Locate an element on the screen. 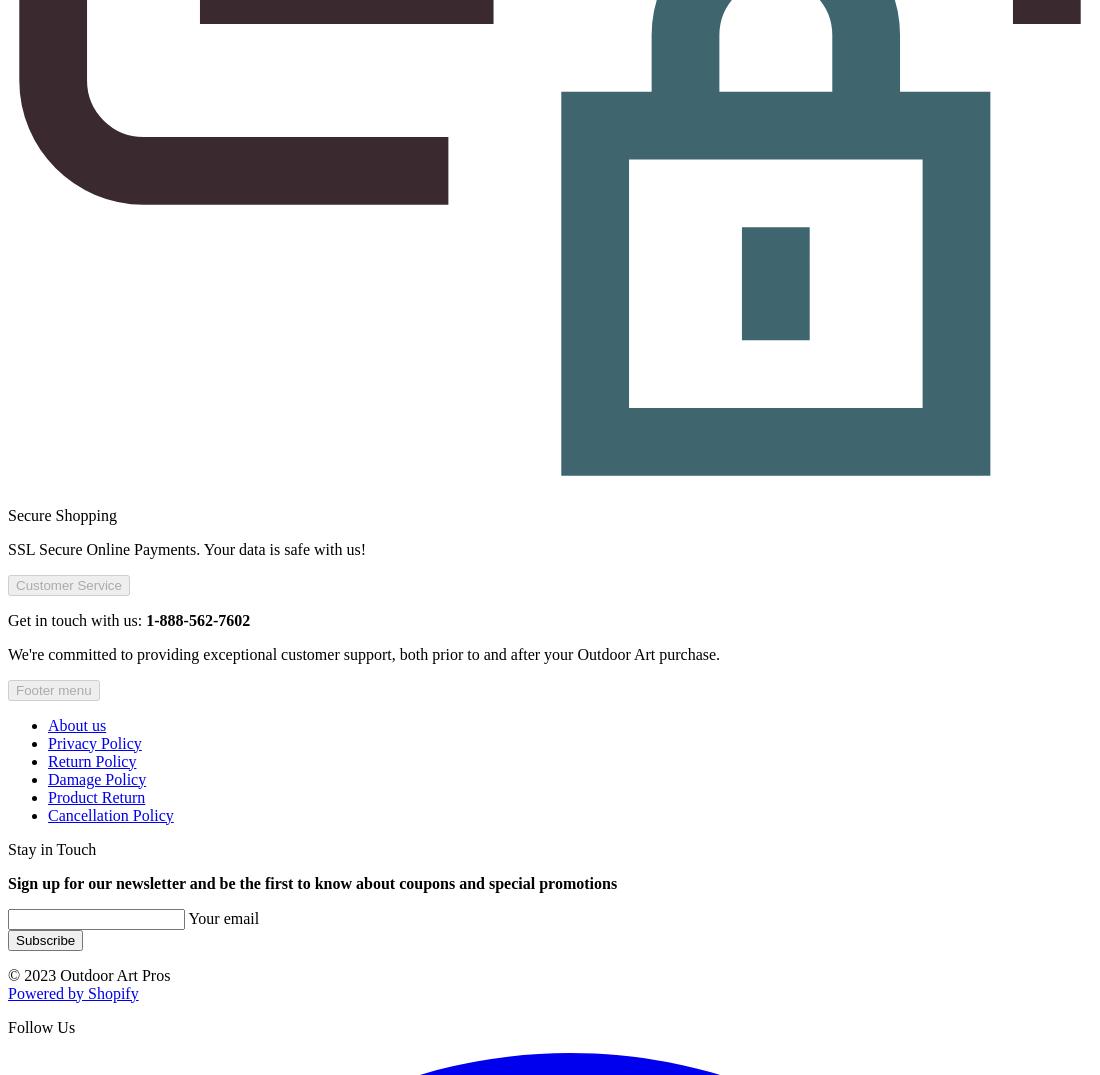 The width and height of the screenshot is (1100, 1075). 'Stay in Touch' is located at coordinates (51, 848).